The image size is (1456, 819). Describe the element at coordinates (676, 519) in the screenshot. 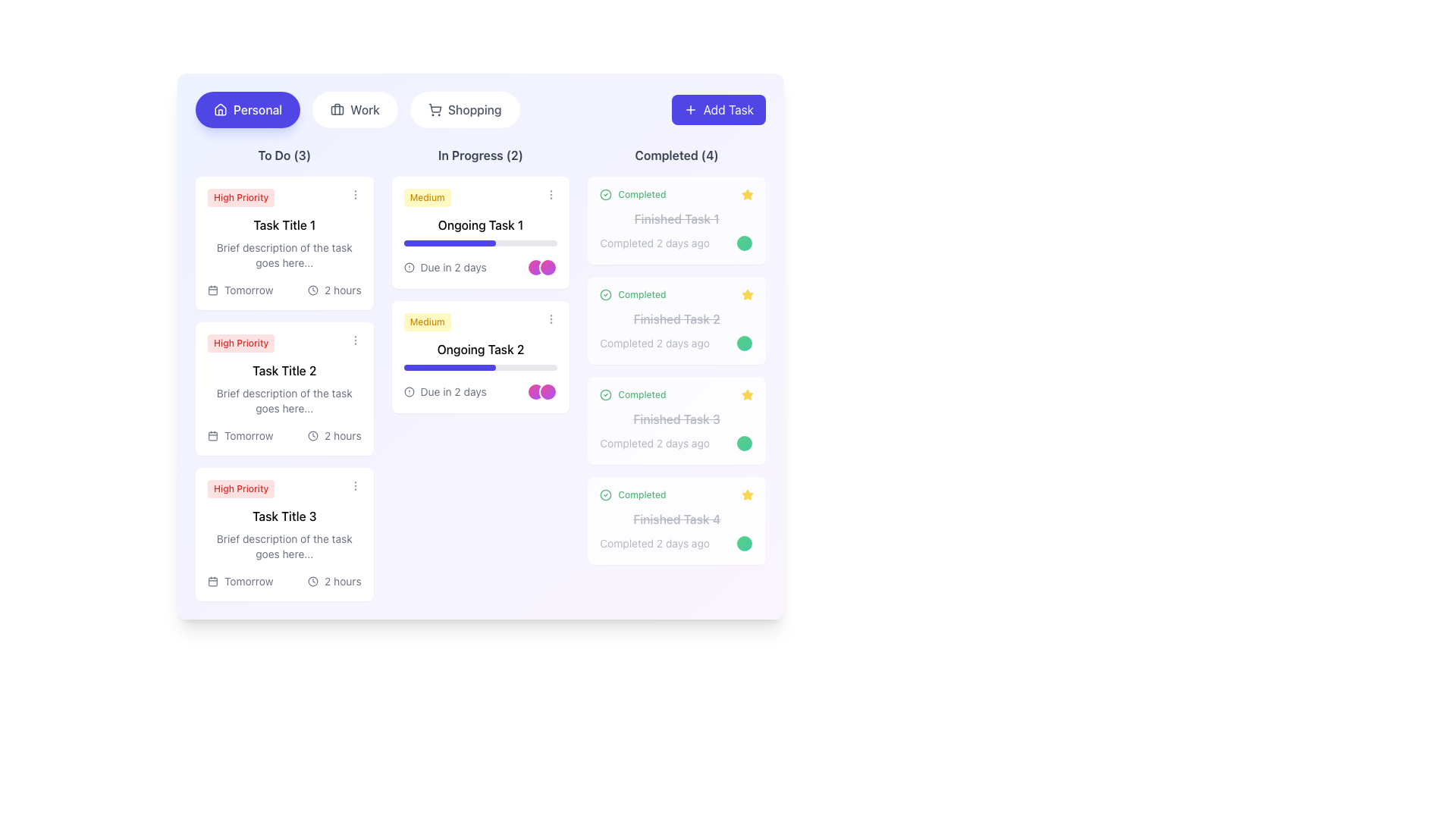

I see `the 'Completed' task card which has a white background, displays 'Completed' in green, and is the fourth card in the 'Completed' column` at that location.